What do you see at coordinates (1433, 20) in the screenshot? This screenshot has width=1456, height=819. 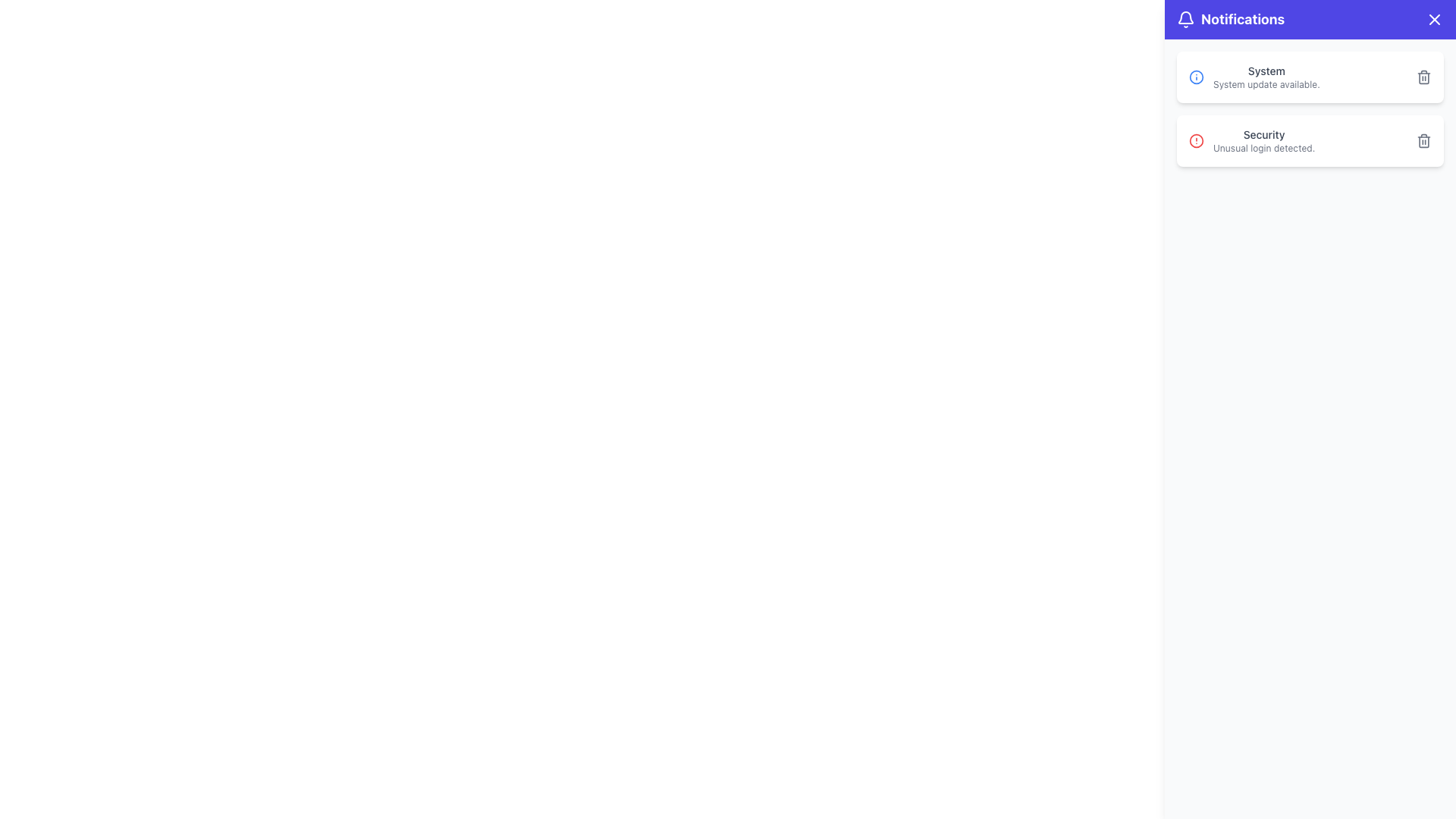 I see `the Icon button` at bounding box center [1433, 20].